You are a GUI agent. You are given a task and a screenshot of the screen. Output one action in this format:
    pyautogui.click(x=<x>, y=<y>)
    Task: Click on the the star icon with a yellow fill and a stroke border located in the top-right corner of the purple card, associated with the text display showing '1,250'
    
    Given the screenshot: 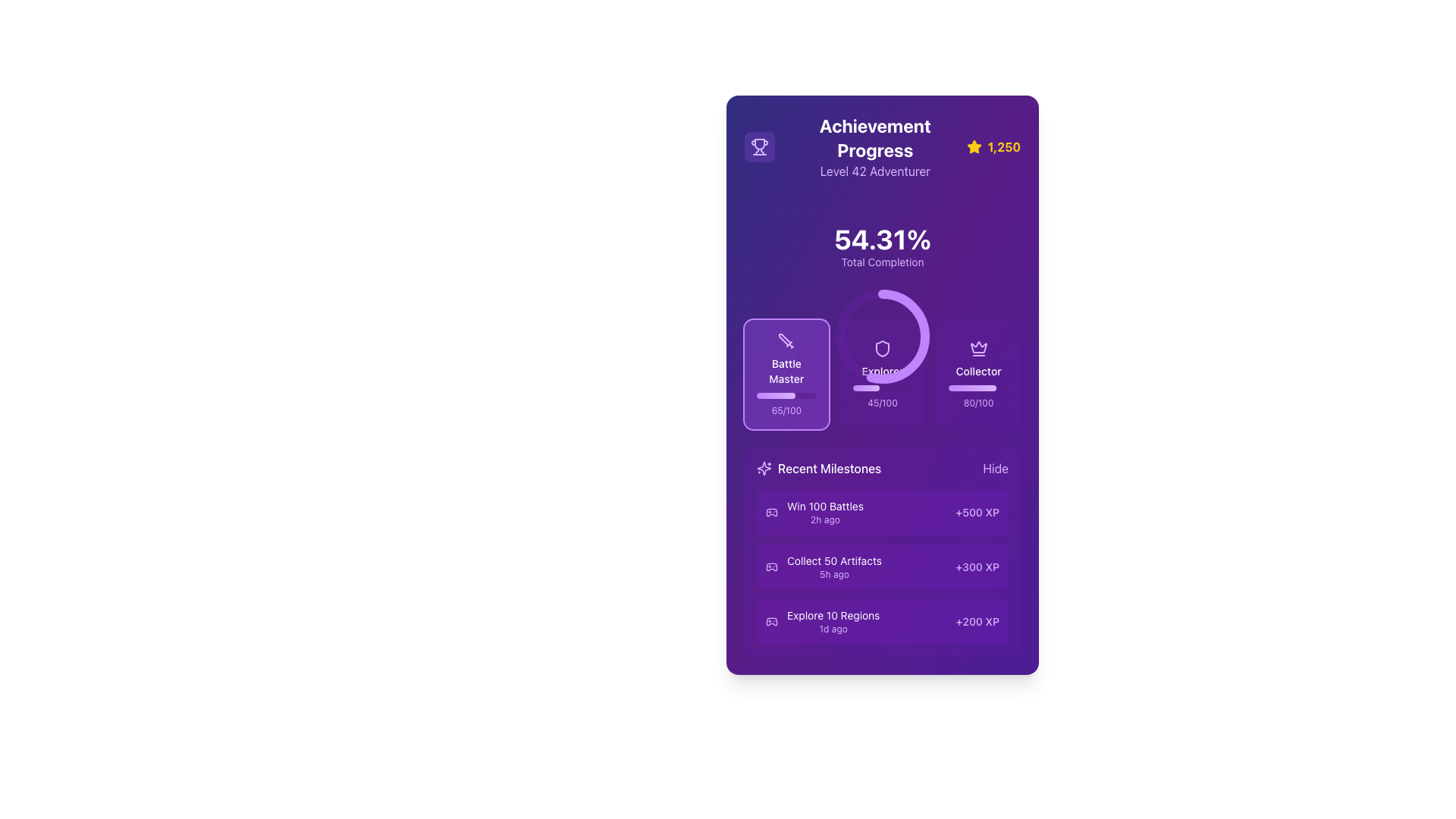 What is the action you would take?
    pyautogui.click(x=974, y=146)
    